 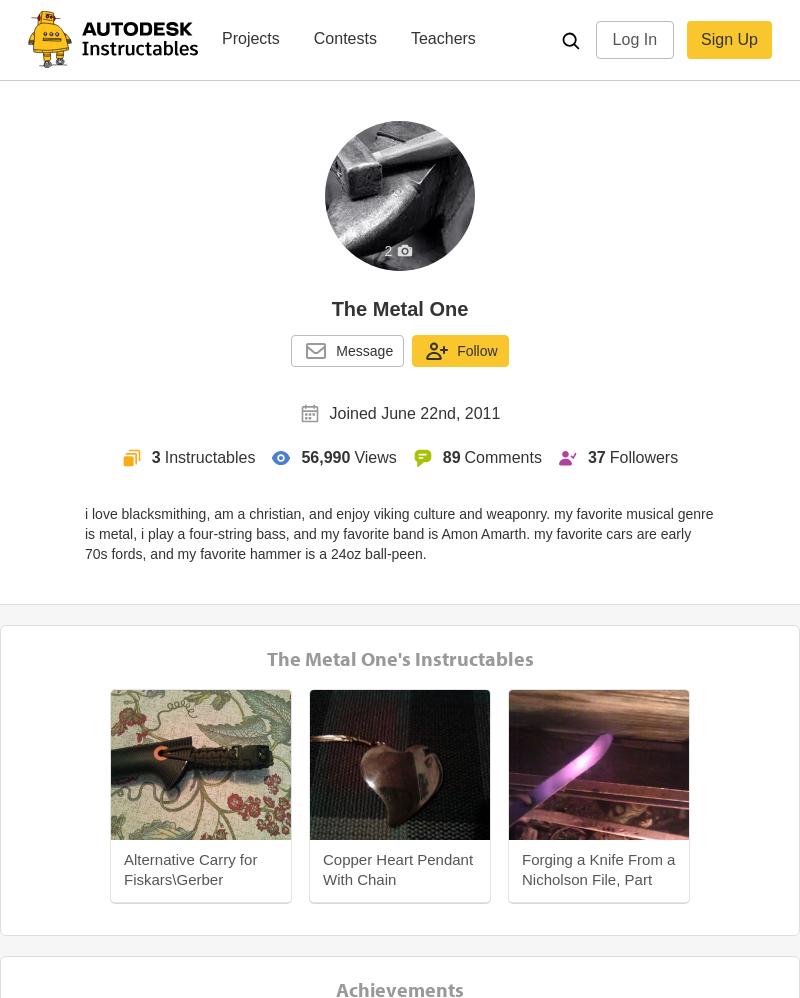 What do you see at coordinates (249, 38) in the screenshot?
I see `'Projects'` at bounding box center [249, 38].